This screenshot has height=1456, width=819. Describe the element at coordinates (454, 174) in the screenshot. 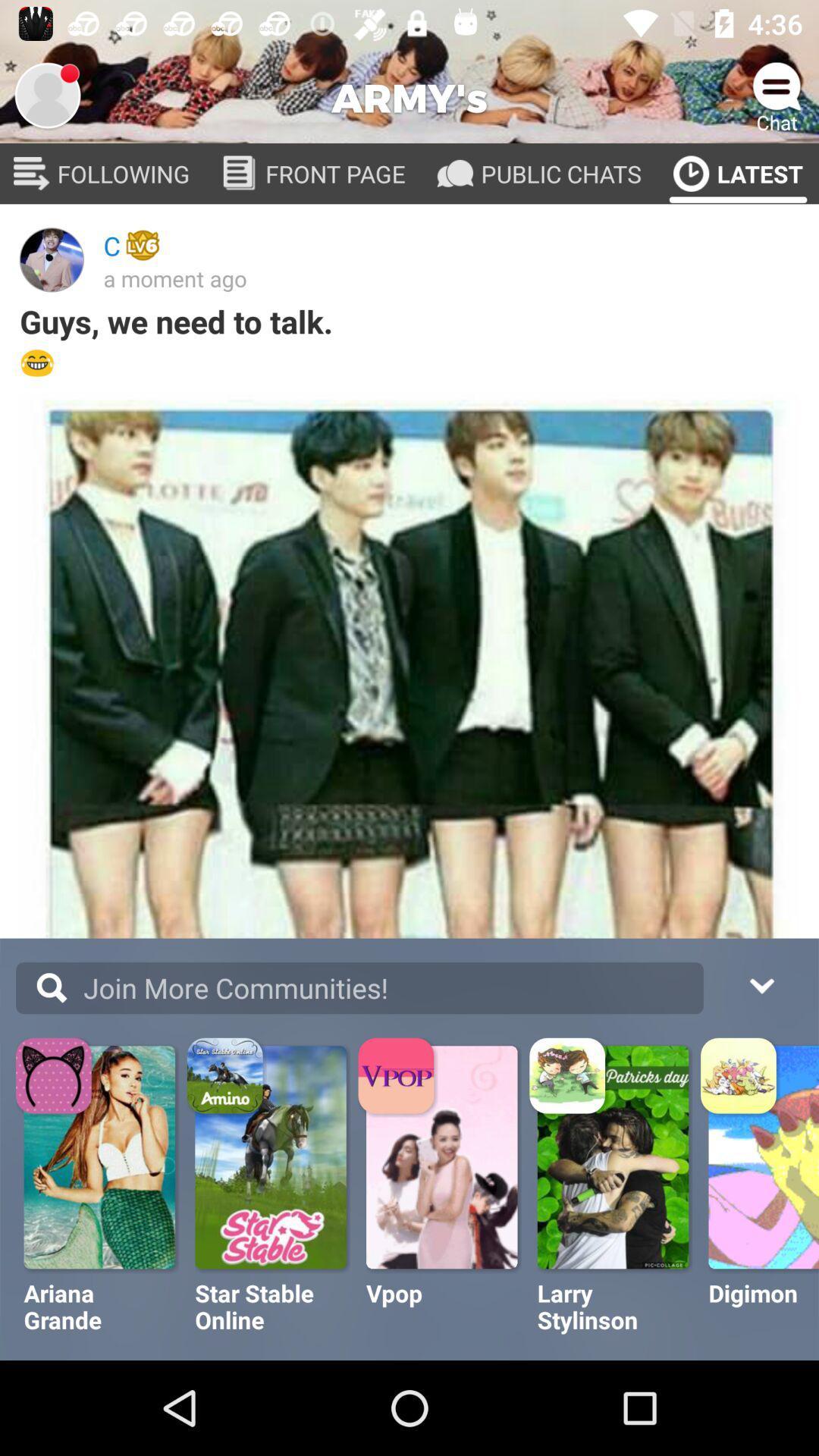

I see `the chat icon which is left to the public chats` at that location.